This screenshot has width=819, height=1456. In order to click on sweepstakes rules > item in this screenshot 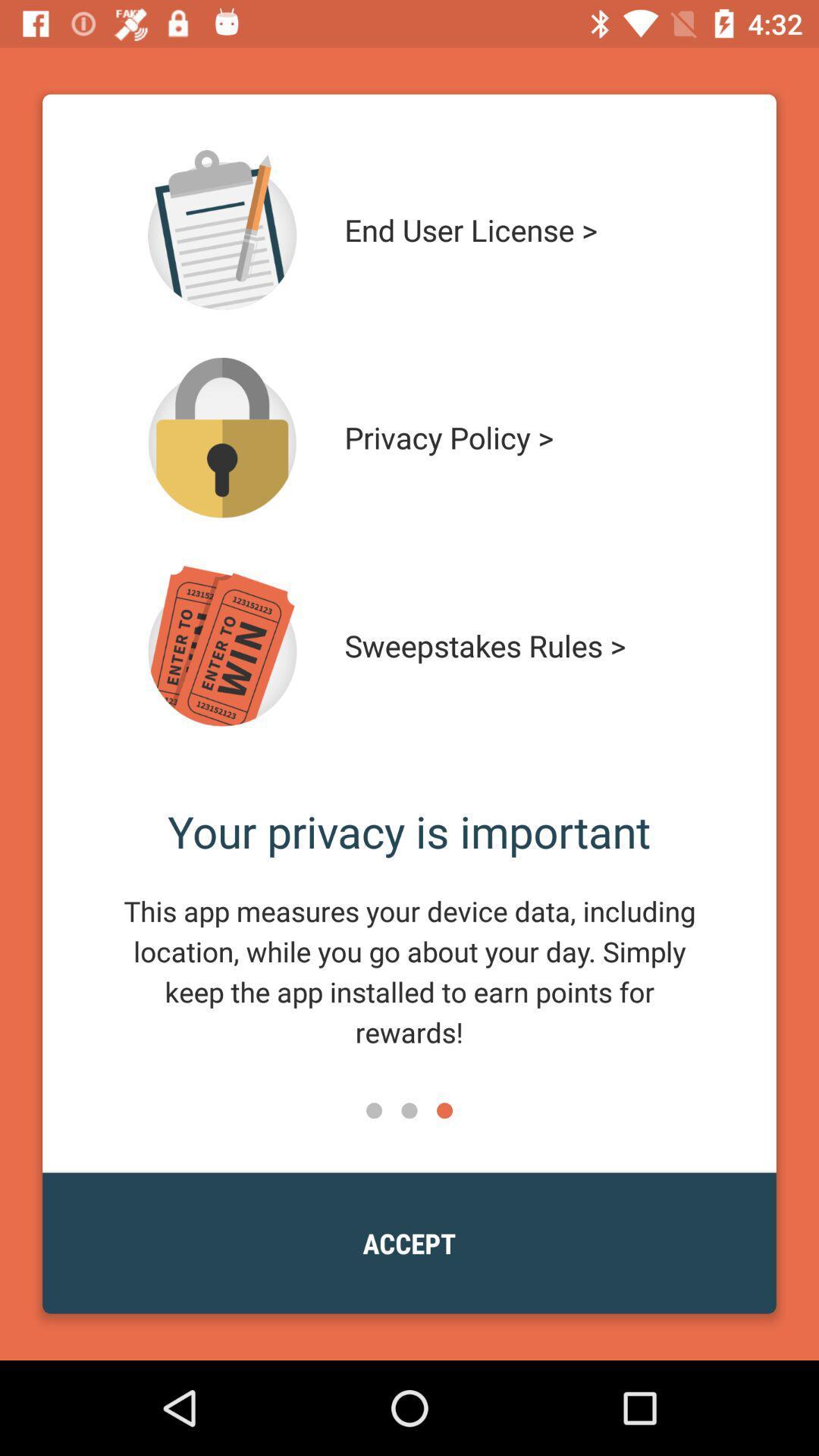, I will do `click(513, 645)`.